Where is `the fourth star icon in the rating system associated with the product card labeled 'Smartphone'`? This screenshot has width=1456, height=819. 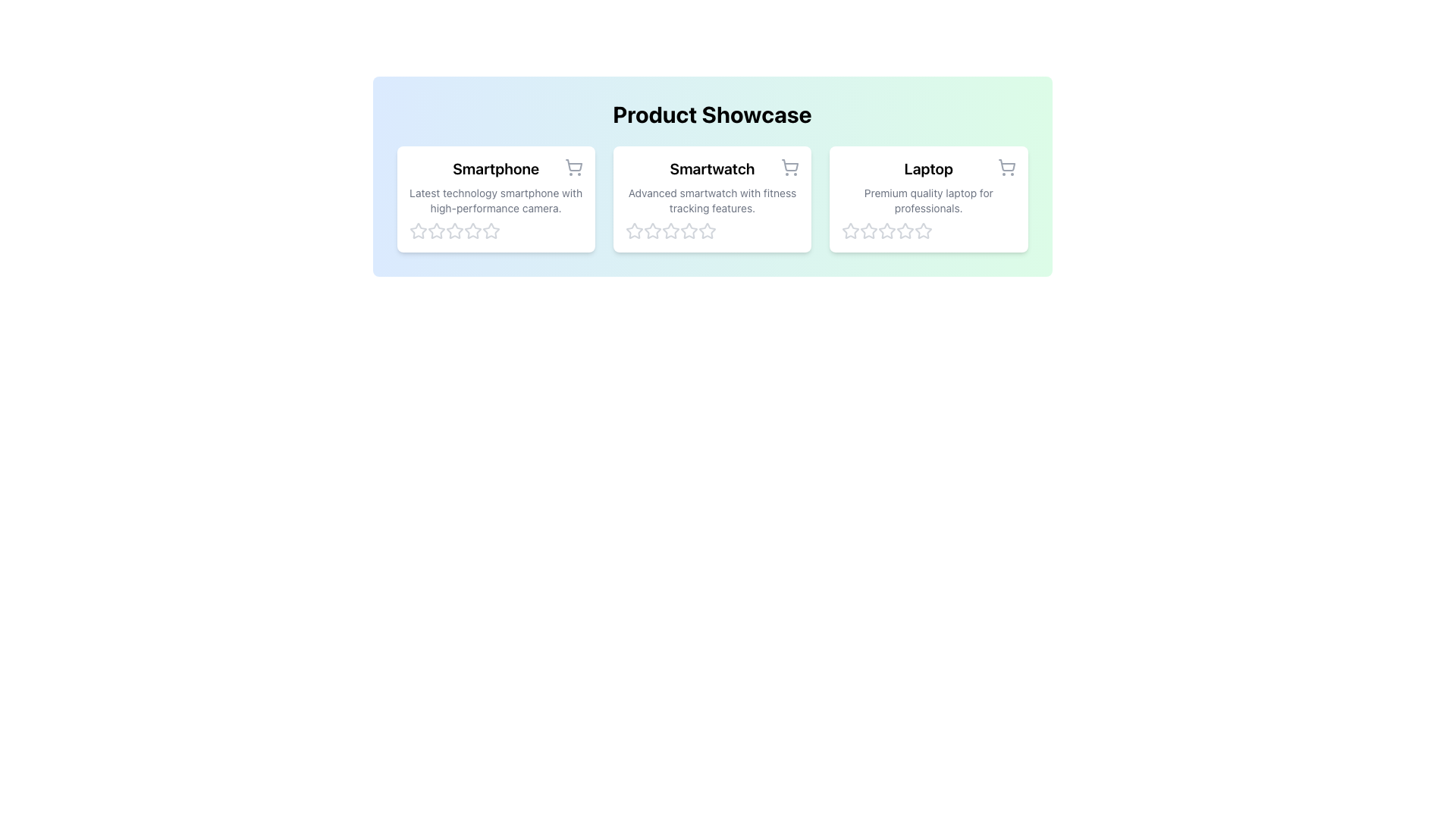 the fourth star icon in the rating system associated with the product card labeled 'Smartphone' is located at coordinates (472, 231).